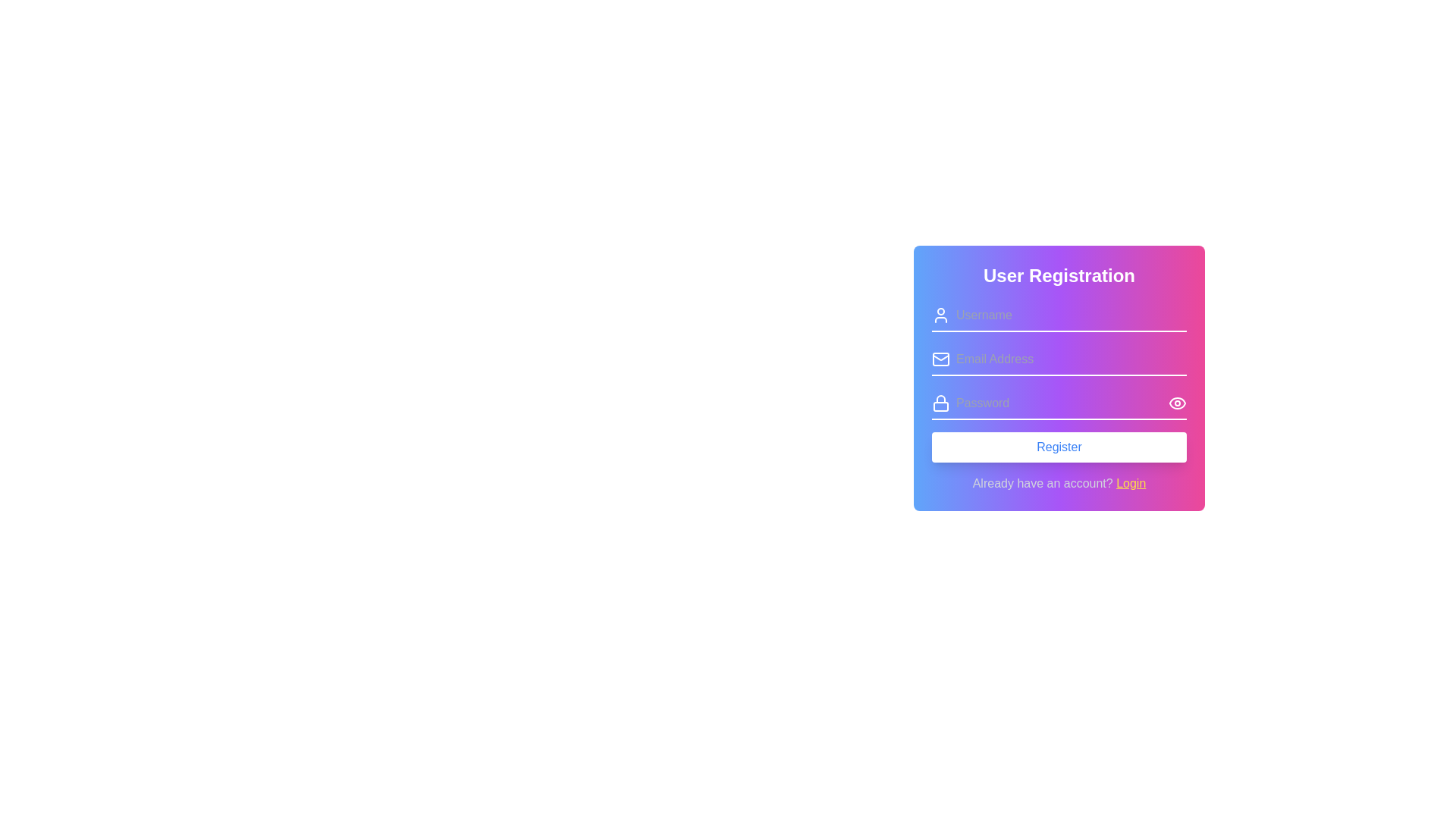  Describe the element at coordinates (1058, 412) in the screenshot. I see `the input field in the User Registration modal form to enter text for Username, Email Address, or Password` at that location.